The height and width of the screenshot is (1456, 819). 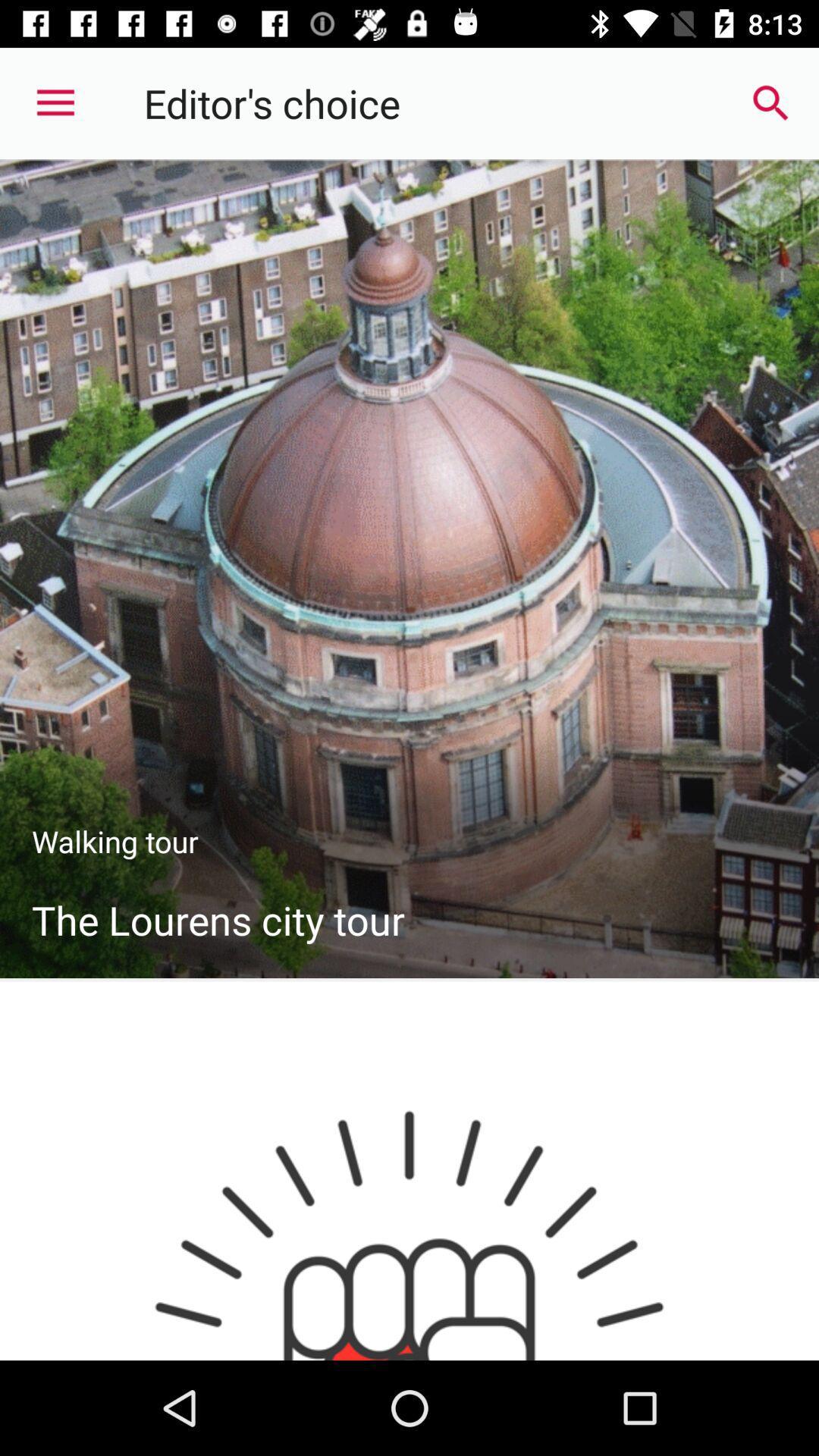 I want to click on the icon next to the editor's choice item, so click(x=771, y=102).